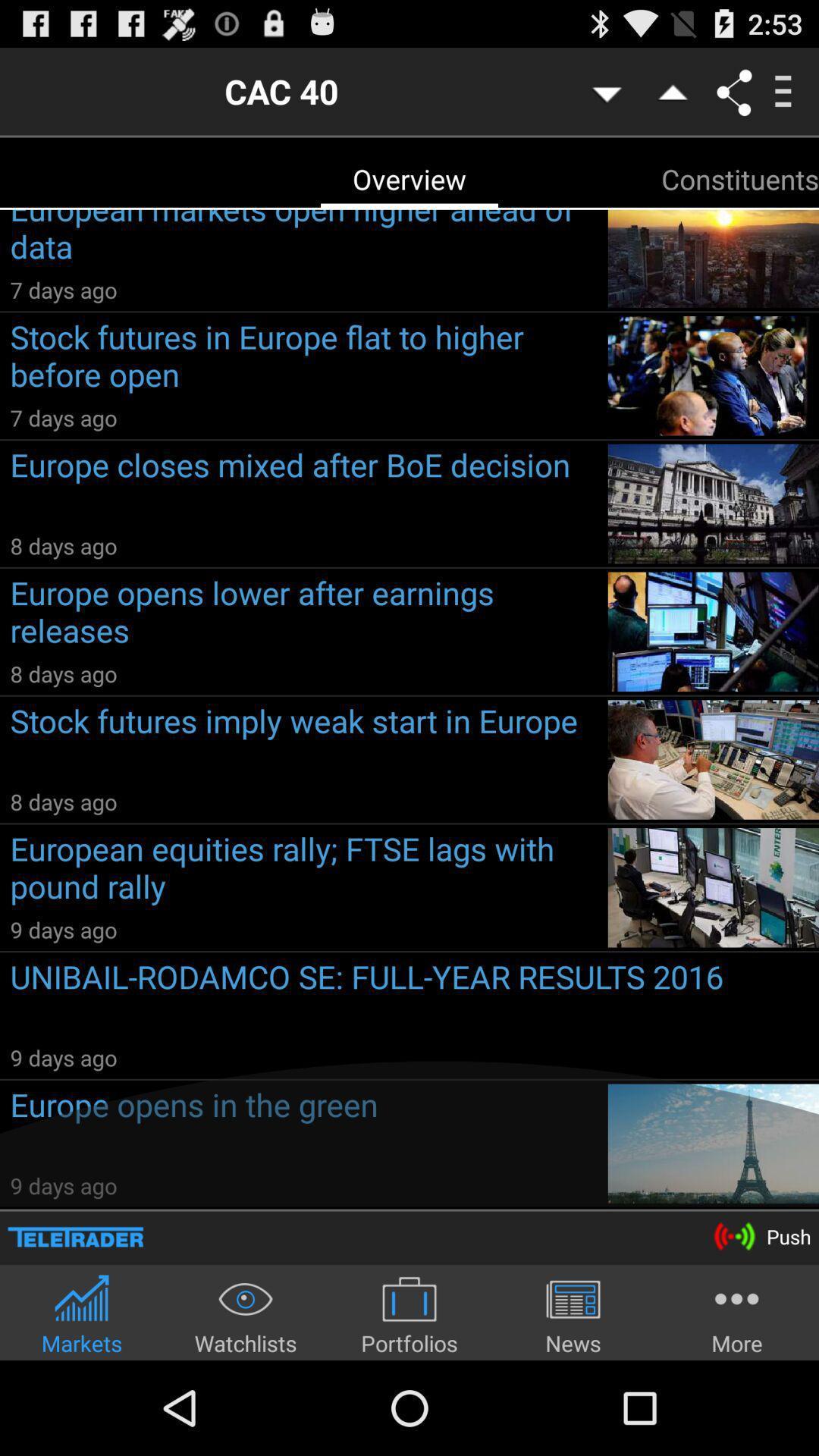 The width and height of the screenshot is (819, 1456). I want to click on the item next to portfolios, so click(573, 1313).